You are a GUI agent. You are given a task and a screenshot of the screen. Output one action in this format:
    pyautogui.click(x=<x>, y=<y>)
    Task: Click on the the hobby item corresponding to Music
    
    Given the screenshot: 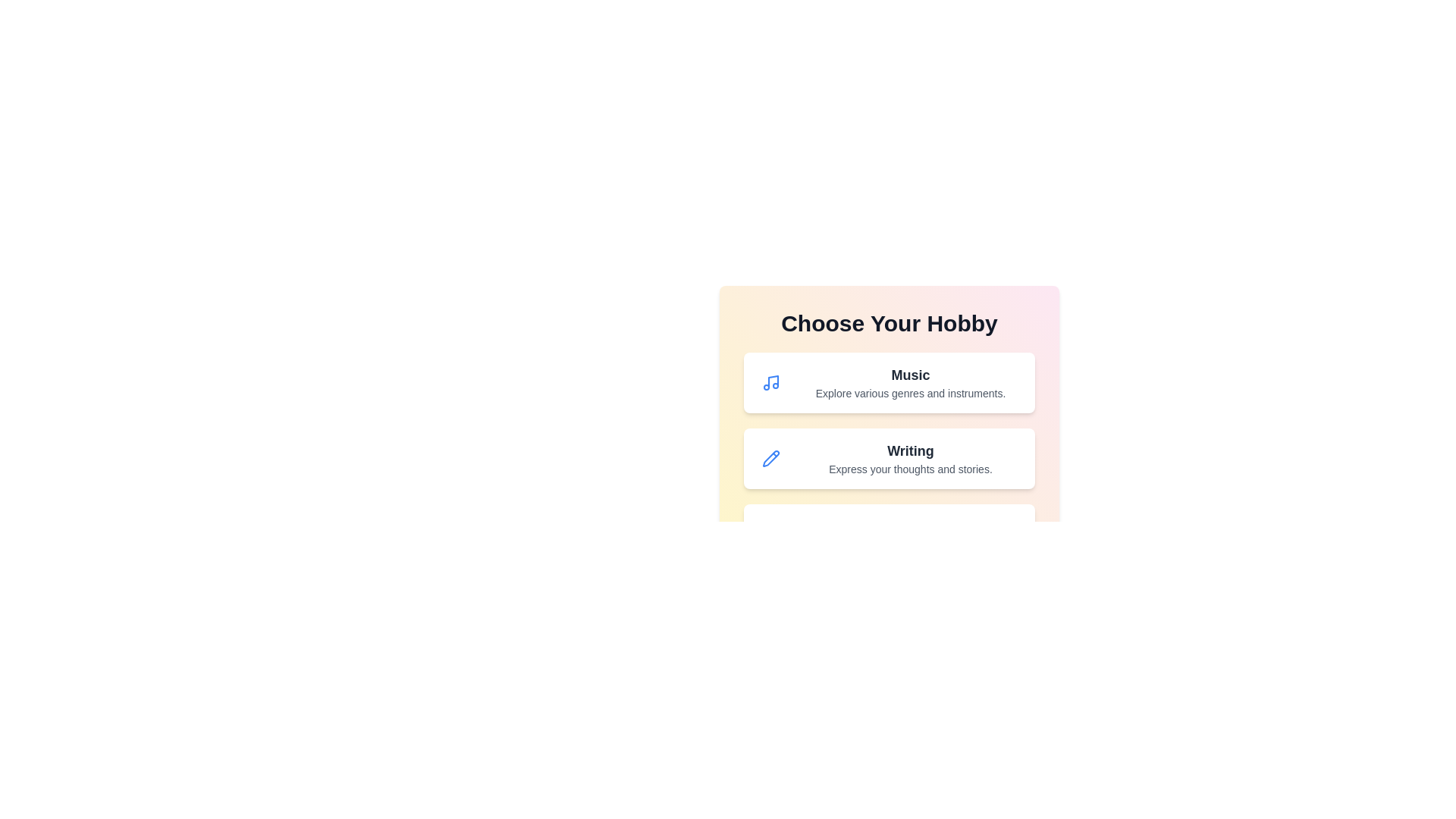 What is the action you would take?
    pyautogui.click(x=889, y=382)
    